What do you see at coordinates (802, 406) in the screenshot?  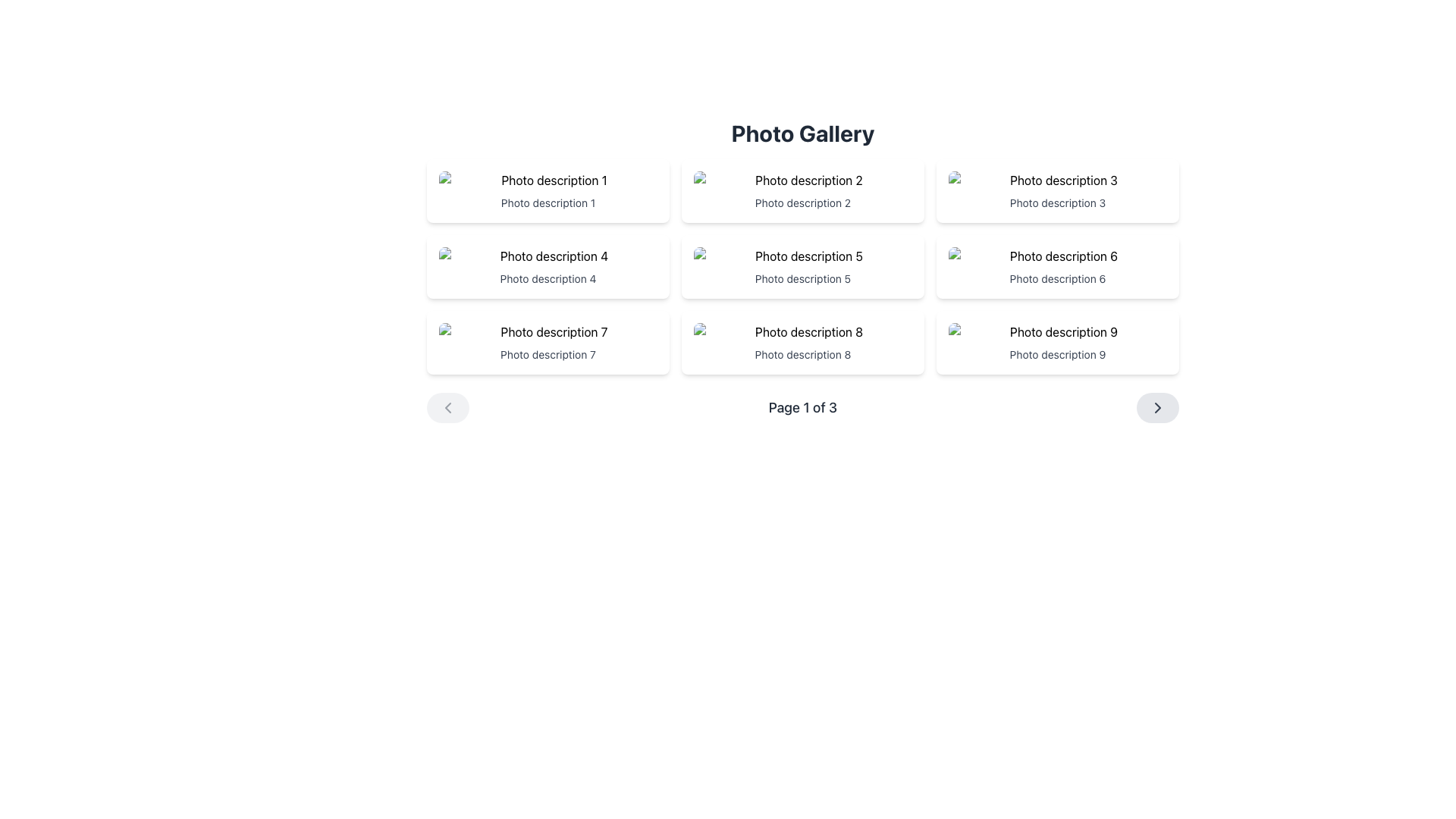 I see `the text label stating 'Page 1 of 3', which is styled with a medium font size and dark gray color, located at the bottom center of the pagination control` at bounding box center [802, 406].